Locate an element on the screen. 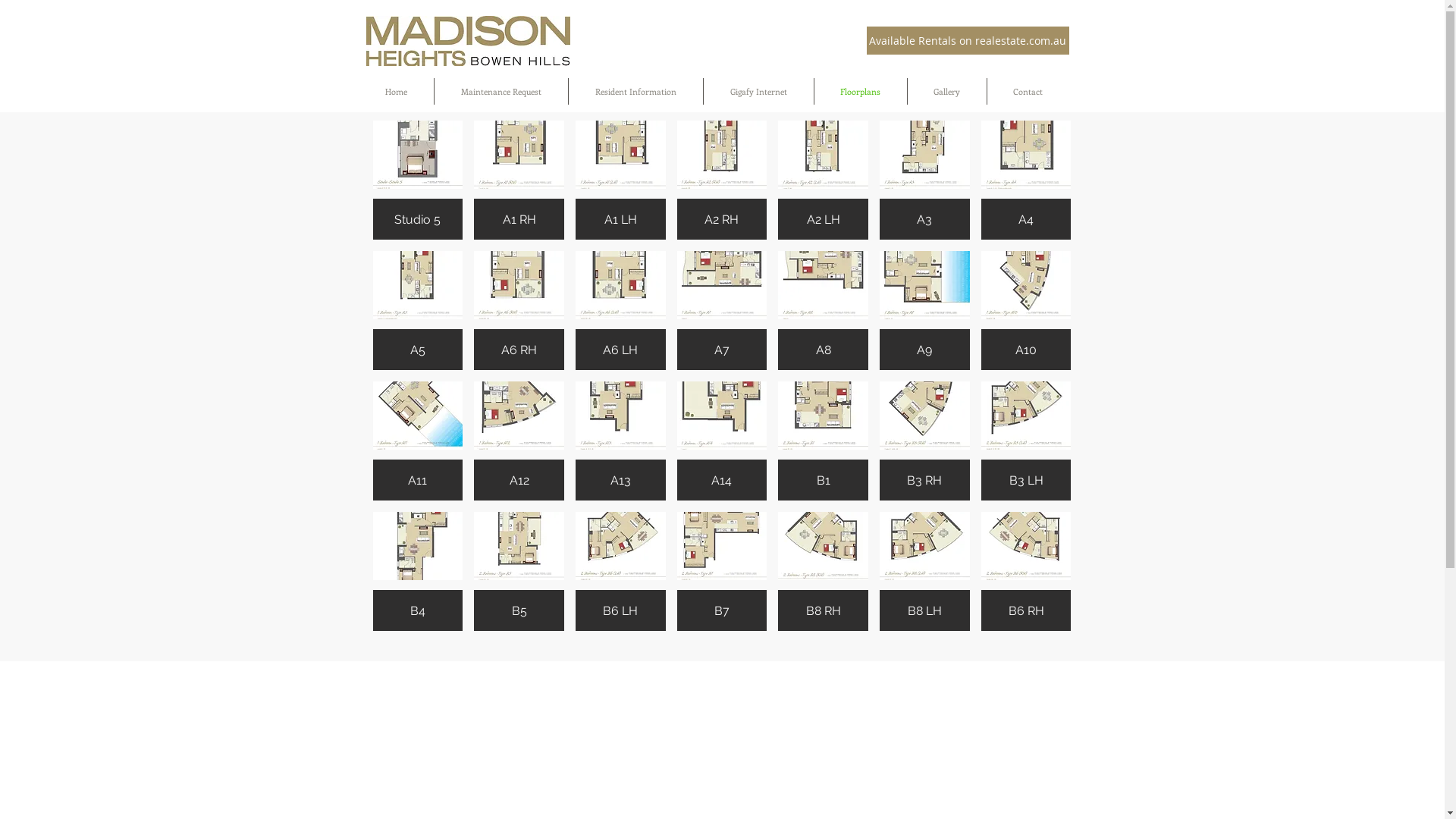  'Floorplans' is located at coordinates (860, 91).